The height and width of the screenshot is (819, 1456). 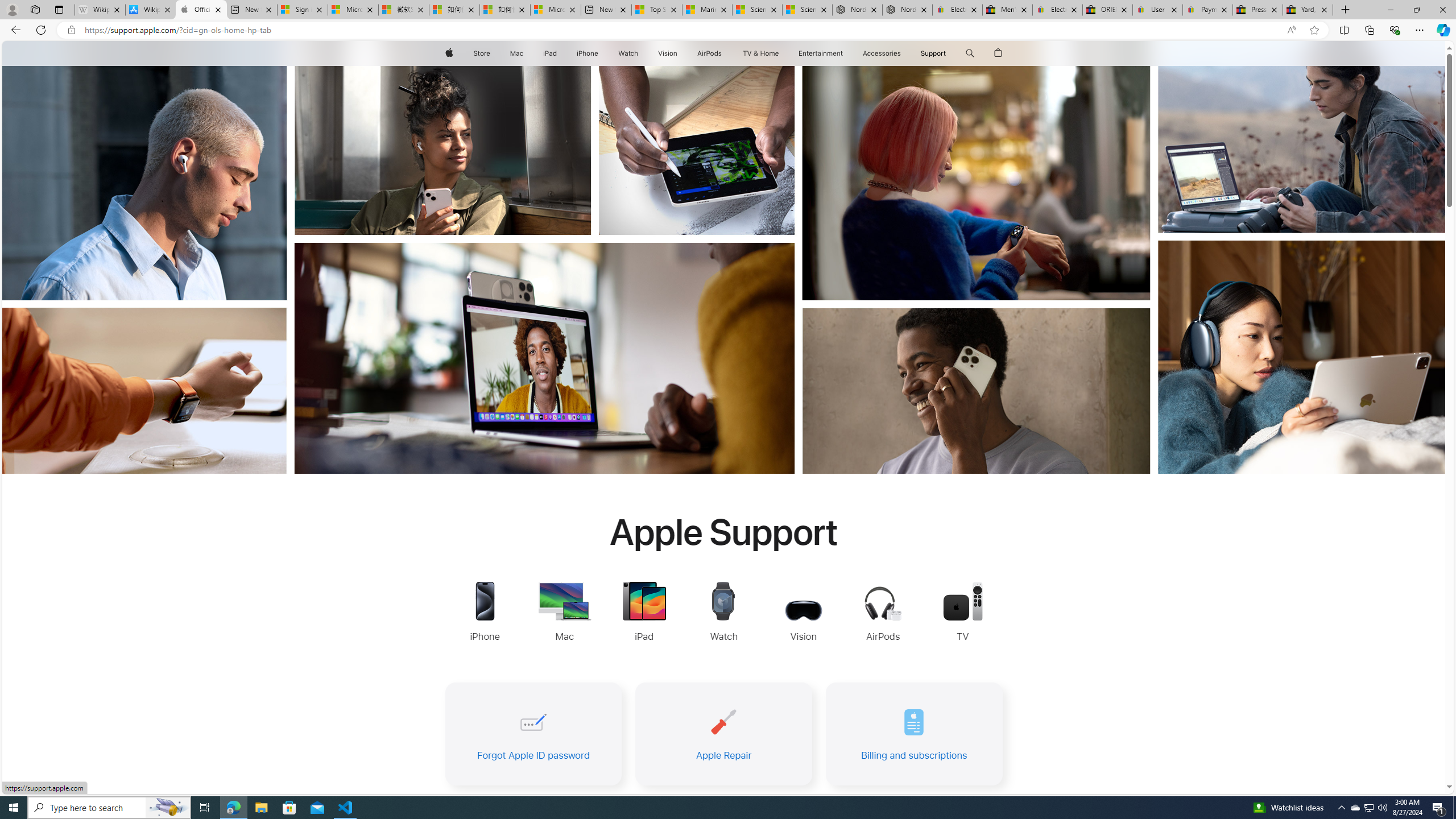 I want to click on 'Nordace - Summer Adventures 2024', so click(x=907, y=9).